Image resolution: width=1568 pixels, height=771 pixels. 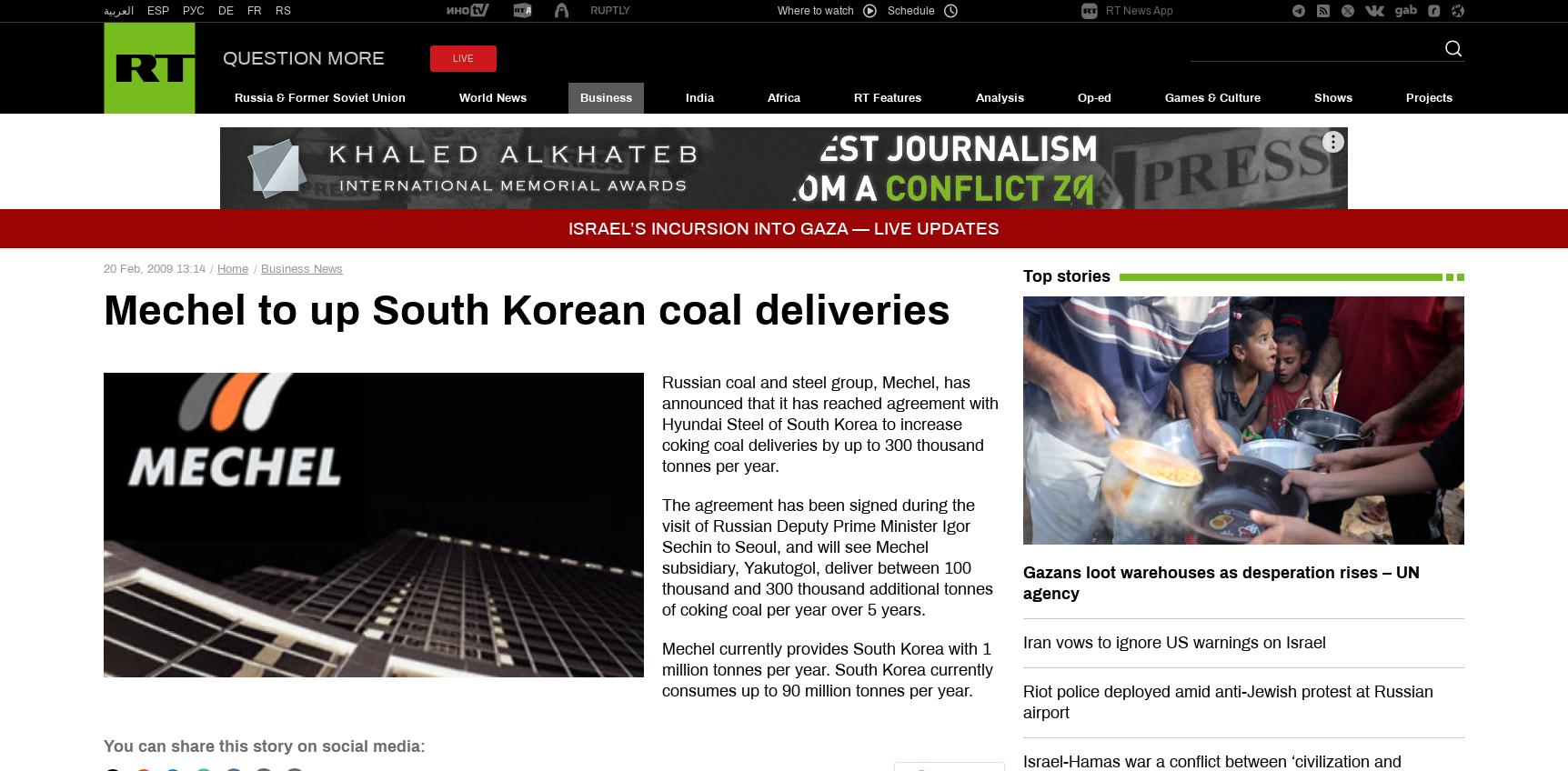 I want to click on 'Iran vows to ignore US warnings on Israel', so click(x=1172, y=642).